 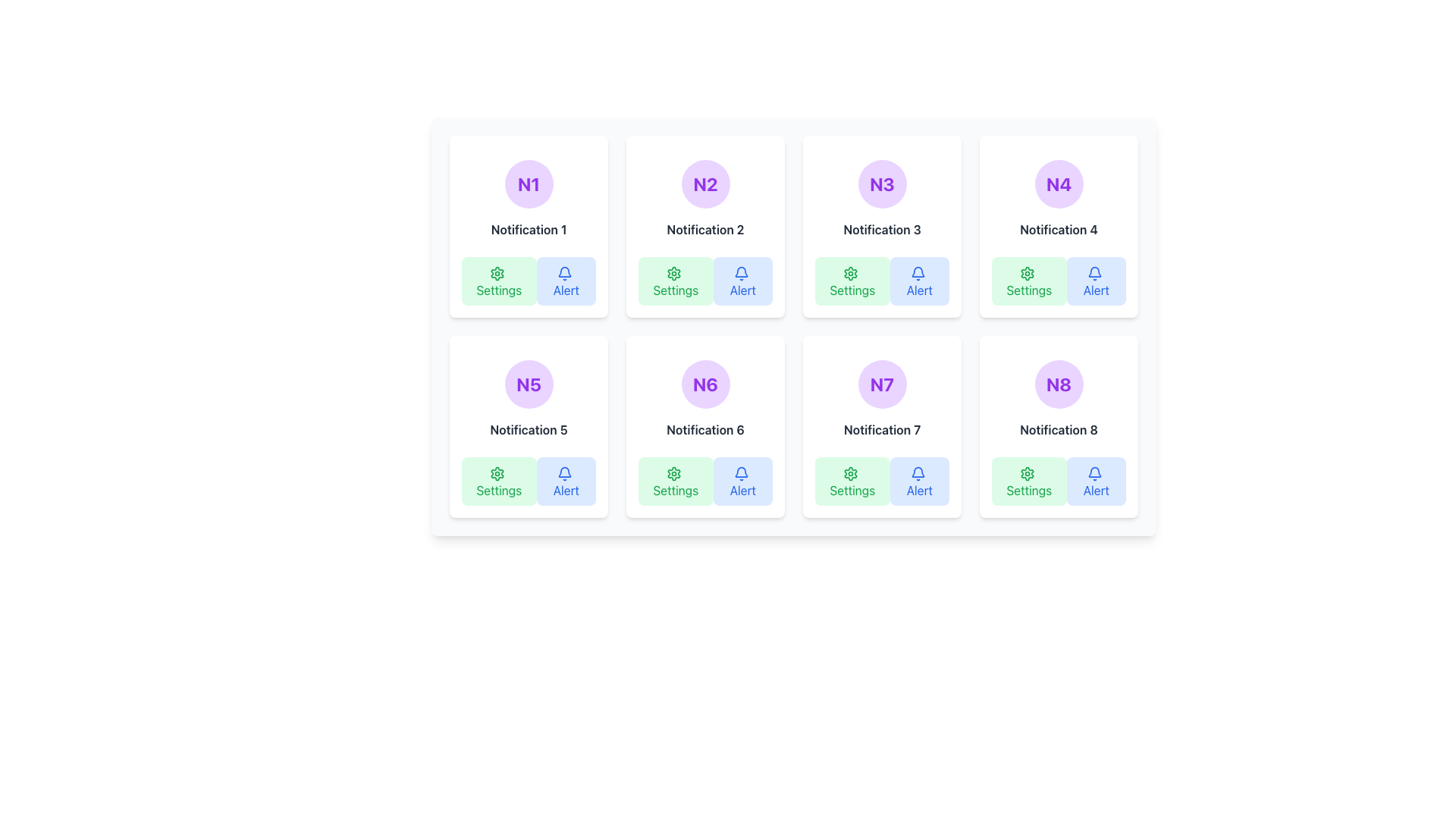 What do you see at coordinates (851, 273) in the screenshot?
I see `the settings icon located at the bottom left of the 'Notification 3' card` at bounding box center [851, 273].